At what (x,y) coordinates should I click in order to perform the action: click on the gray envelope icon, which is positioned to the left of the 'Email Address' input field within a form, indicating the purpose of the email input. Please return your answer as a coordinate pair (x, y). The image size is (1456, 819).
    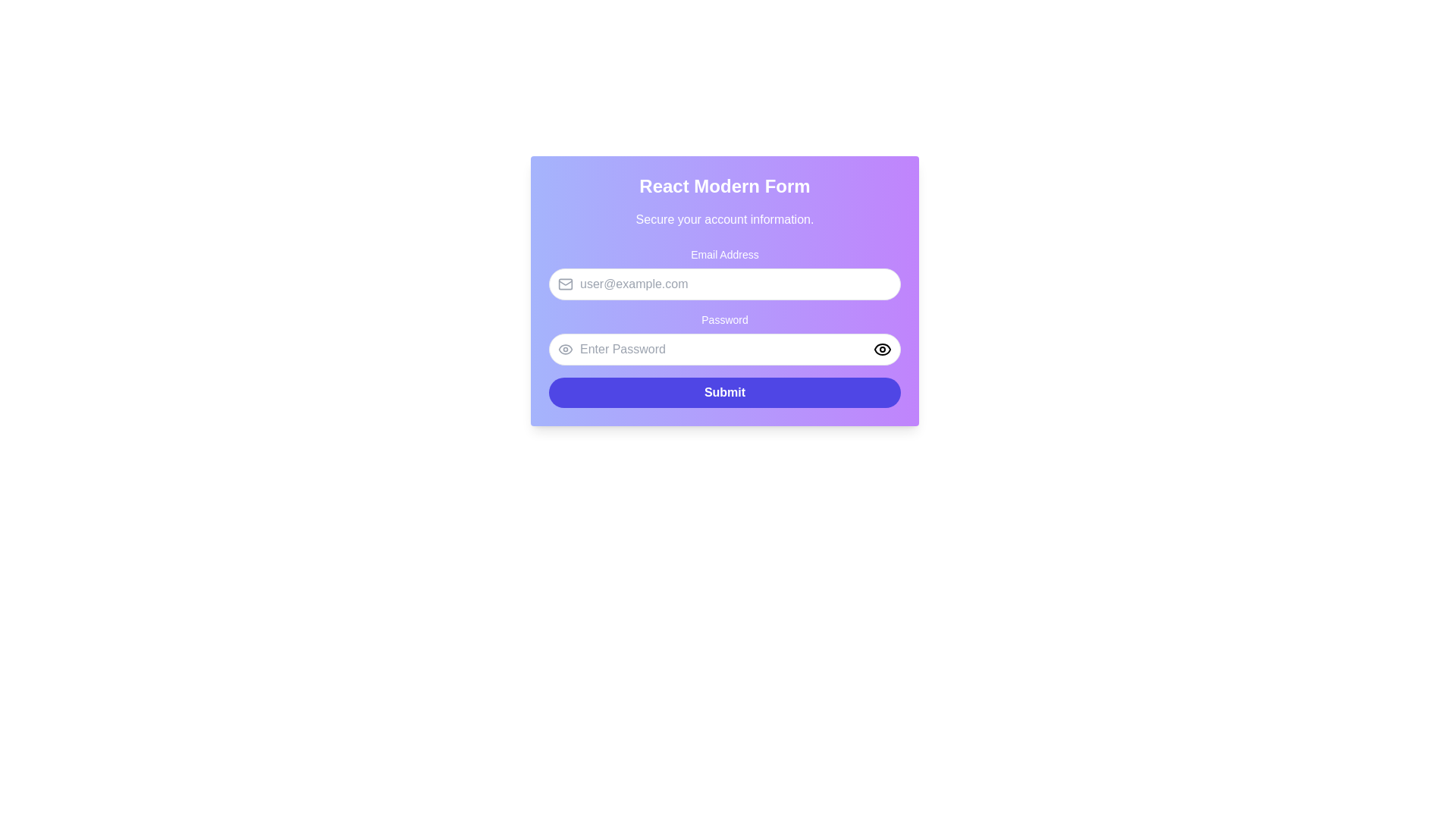
    Looking at the image, I should click on (564, 284).